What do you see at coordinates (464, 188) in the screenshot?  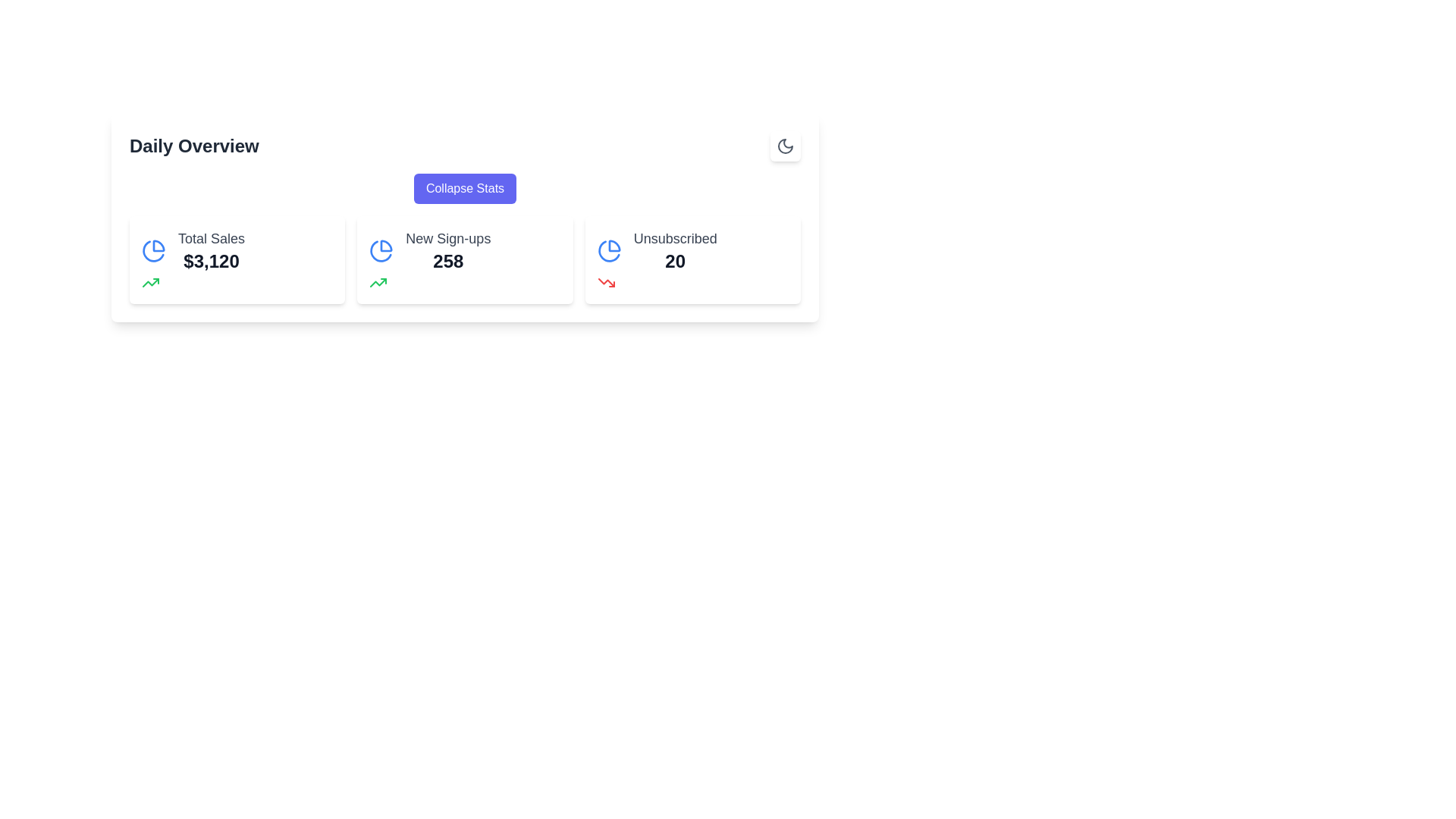 I see `the 'Collapse Stats' button, which is a rectangular button with rounded corners, styled with a blue-purple background and white text, located in the top section of a card-like layout` at bounding box center [464, 188].